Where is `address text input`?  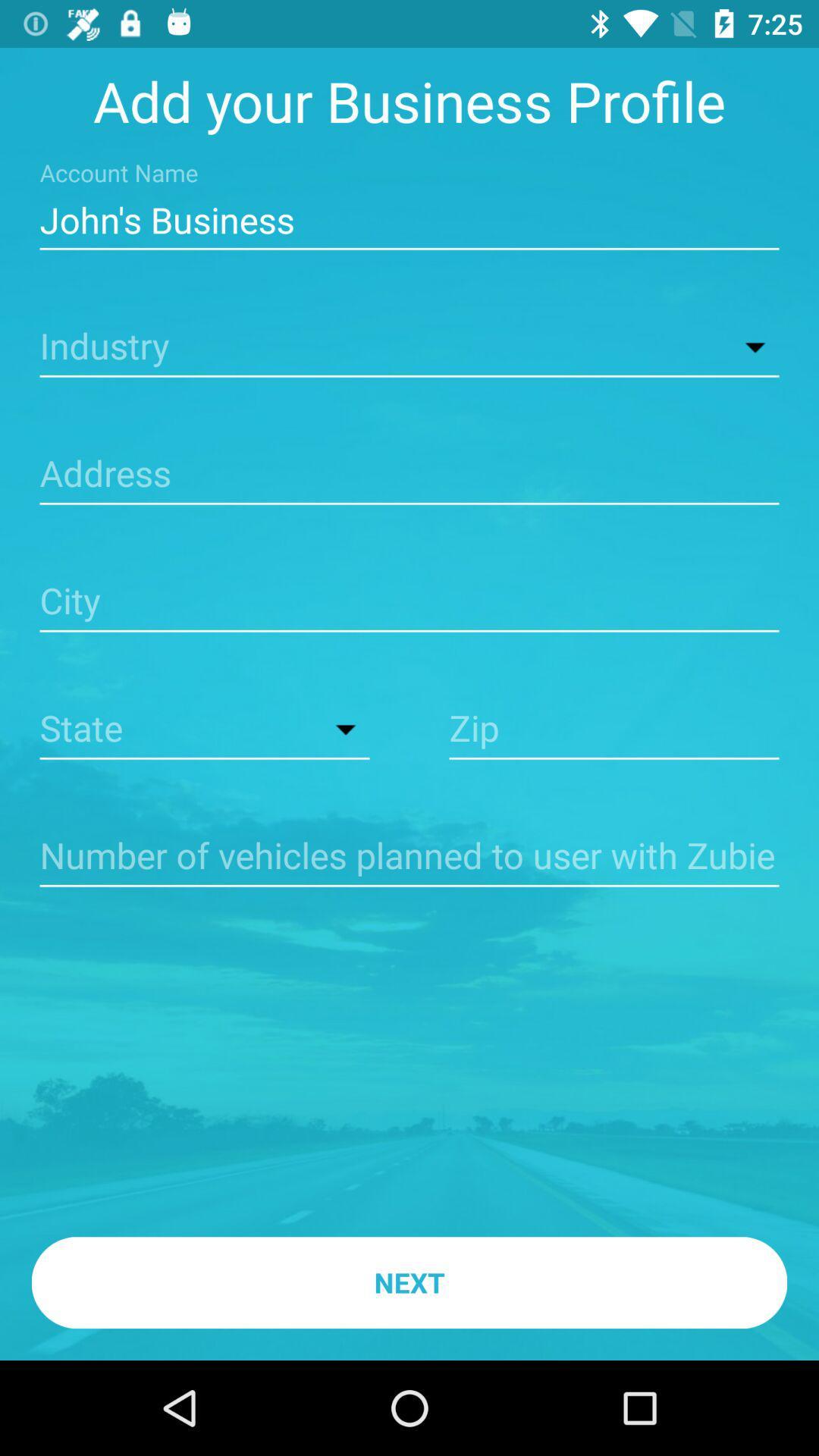 address text input is located at coordinates (409, 475).